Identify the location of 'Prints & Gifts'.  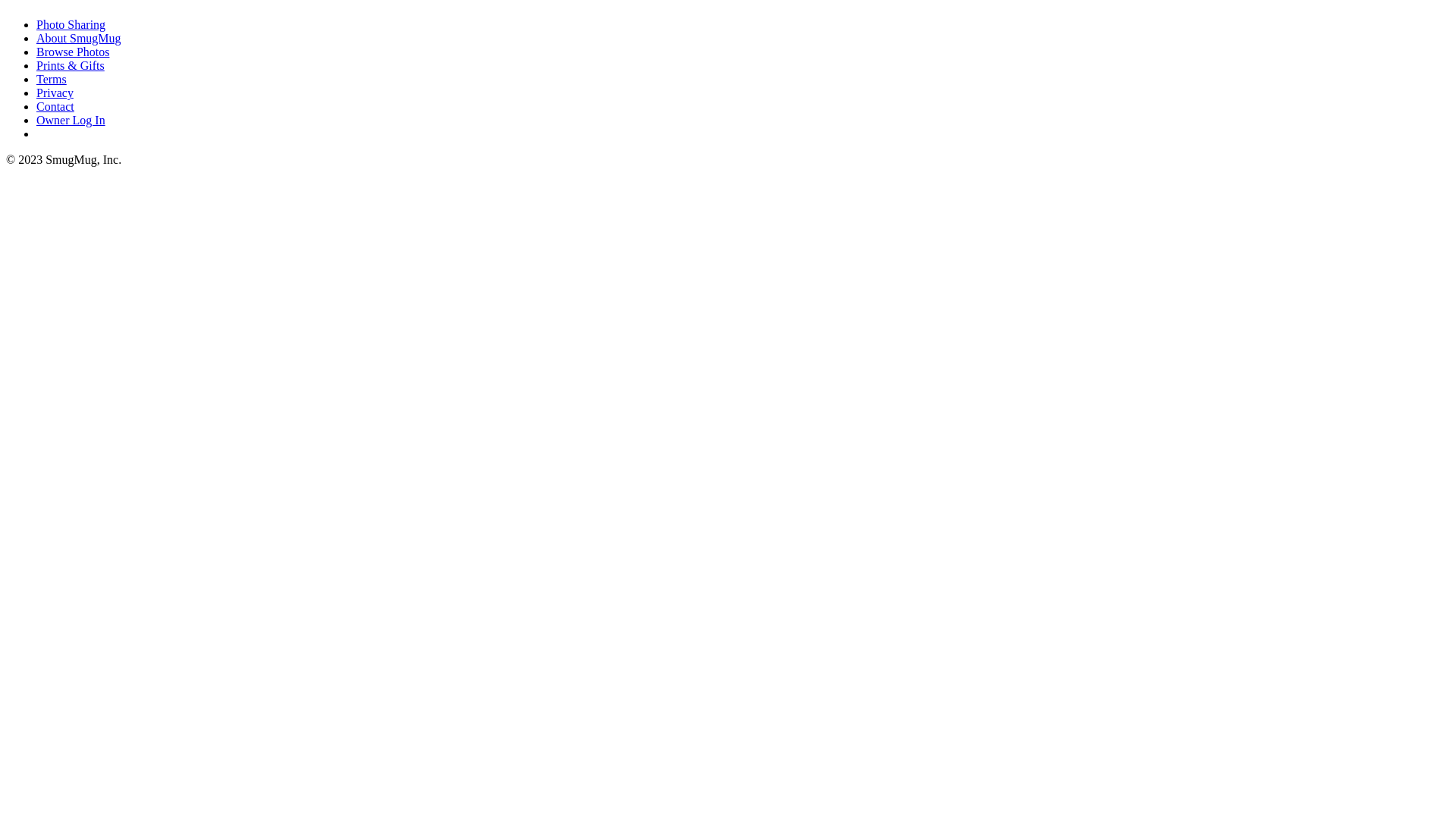
(36, 64).